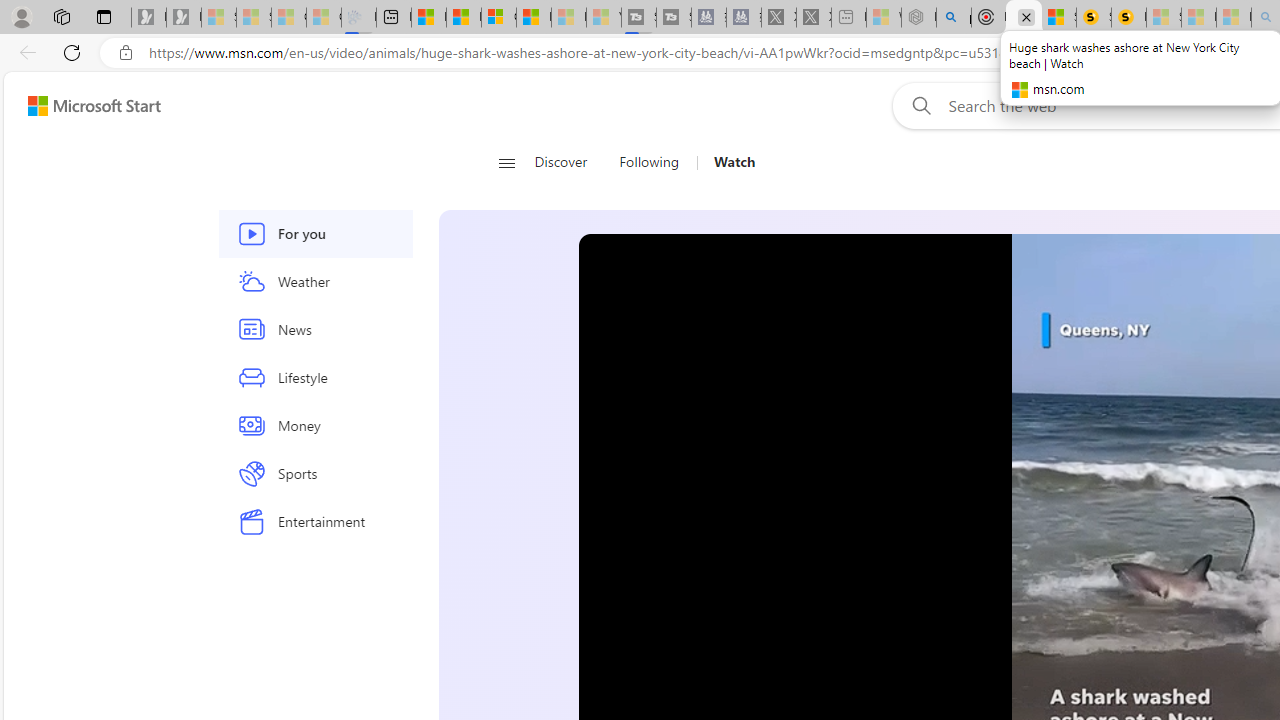 This screenshot has height=720, width=1280. I want to click on 'Wildlife - MSN - Sleeping', so click(882, 17).